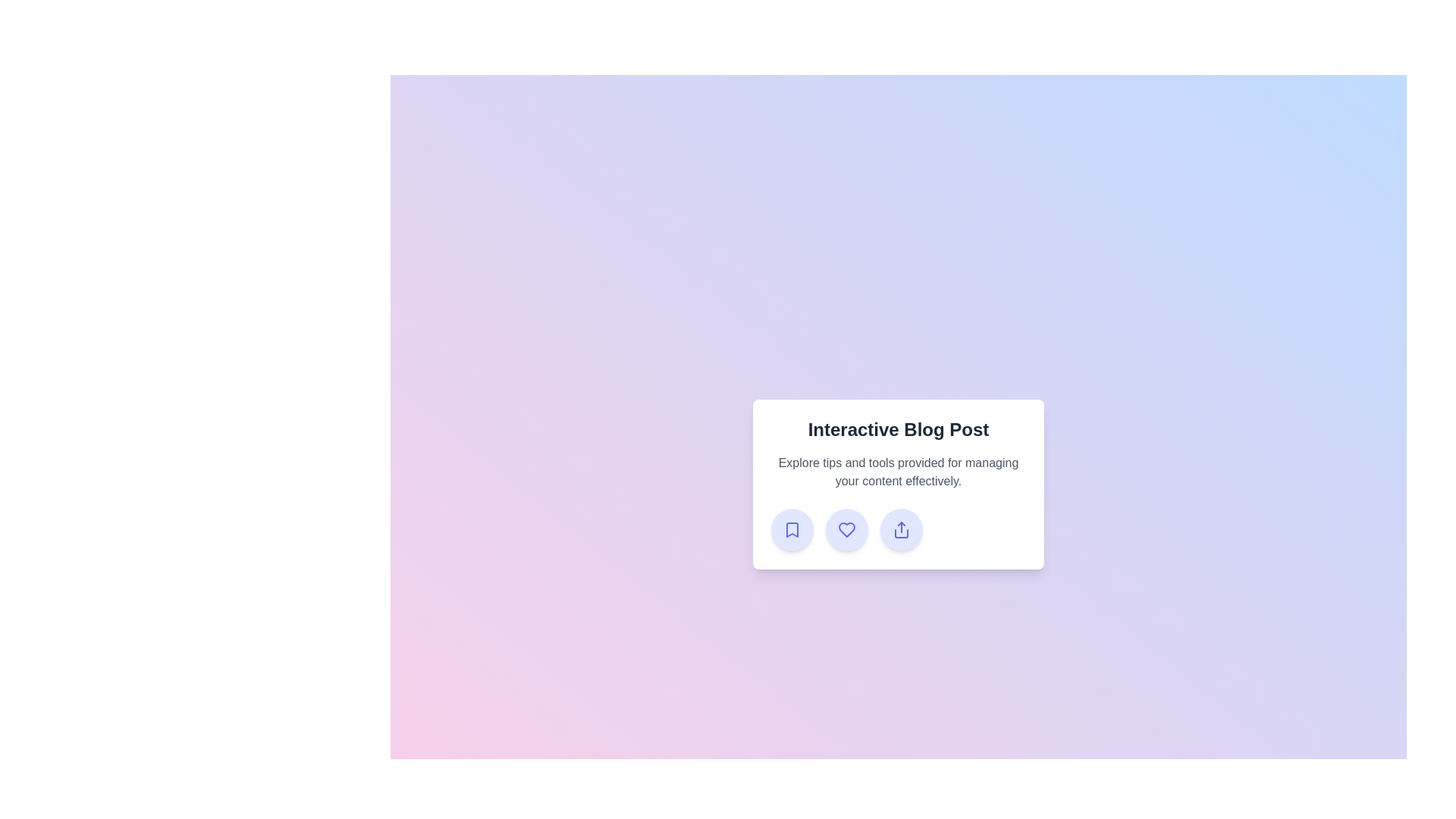 This screenshot has width=1456, height=819. What do you see at coordinates (846, 529) in the screenshot?
I see `the heart-shaped icon with a stylized outline design, which is the second item in a row of three icons located beneath the card text with a light purple circular background` at bounding box center [846, 529].